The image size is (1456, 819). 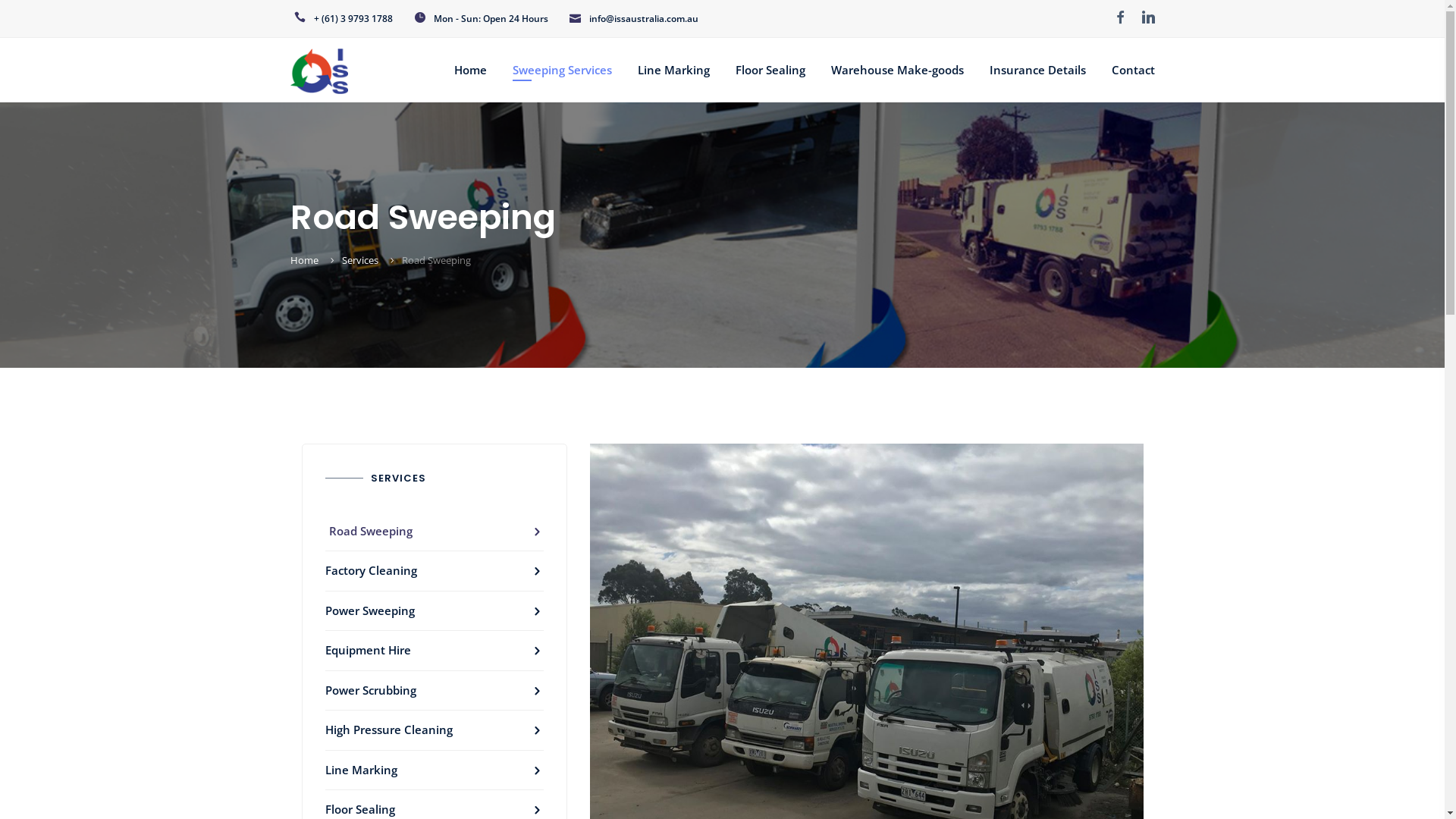 I want to click on 'Line Marking', so click(x=432, y=770).